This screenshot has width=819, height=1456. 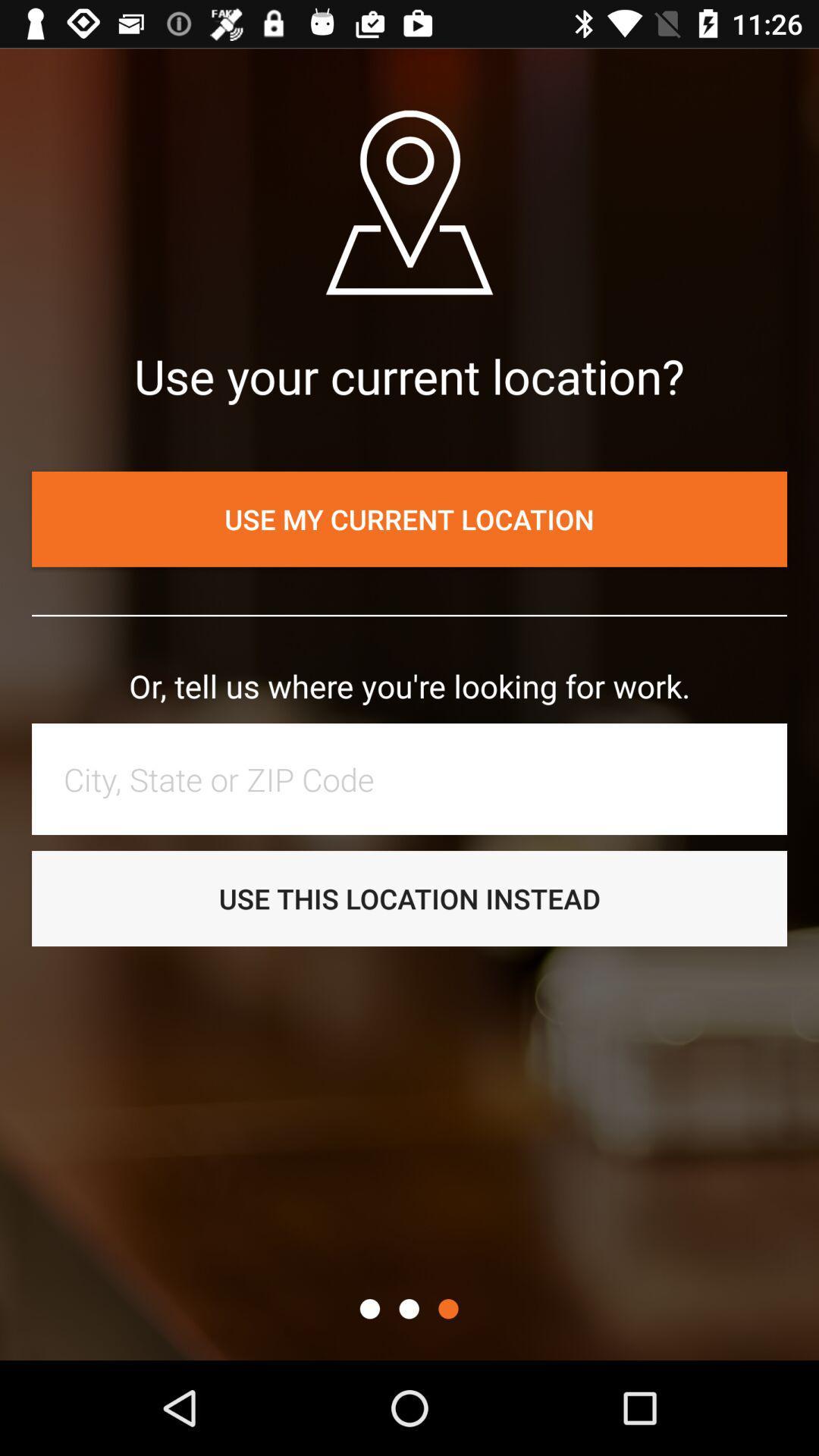 I want to click on jump to screen, so click(x=369, y=1308).